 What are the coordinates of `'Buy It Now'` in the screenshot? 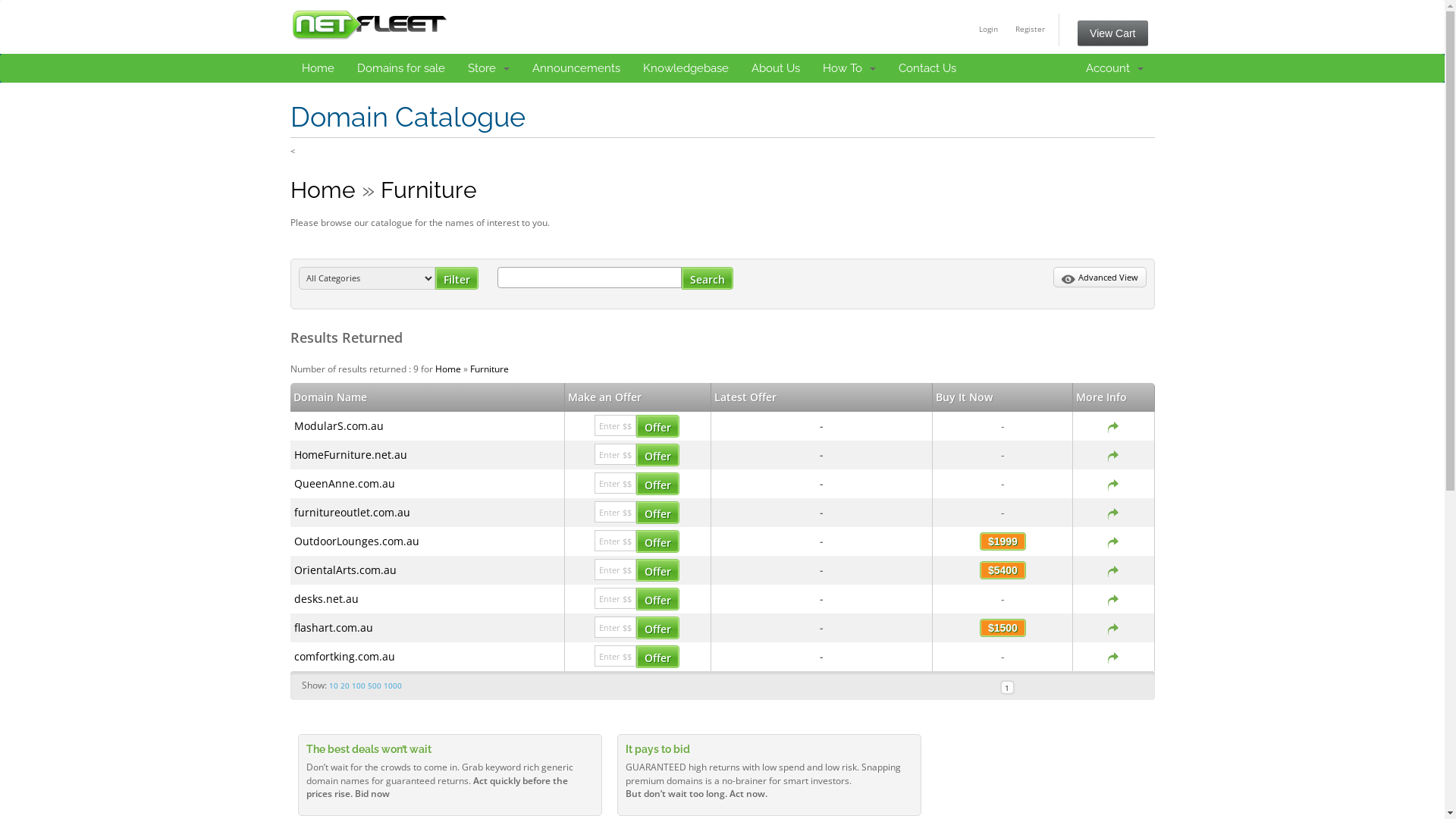 It's located at (963, 396).